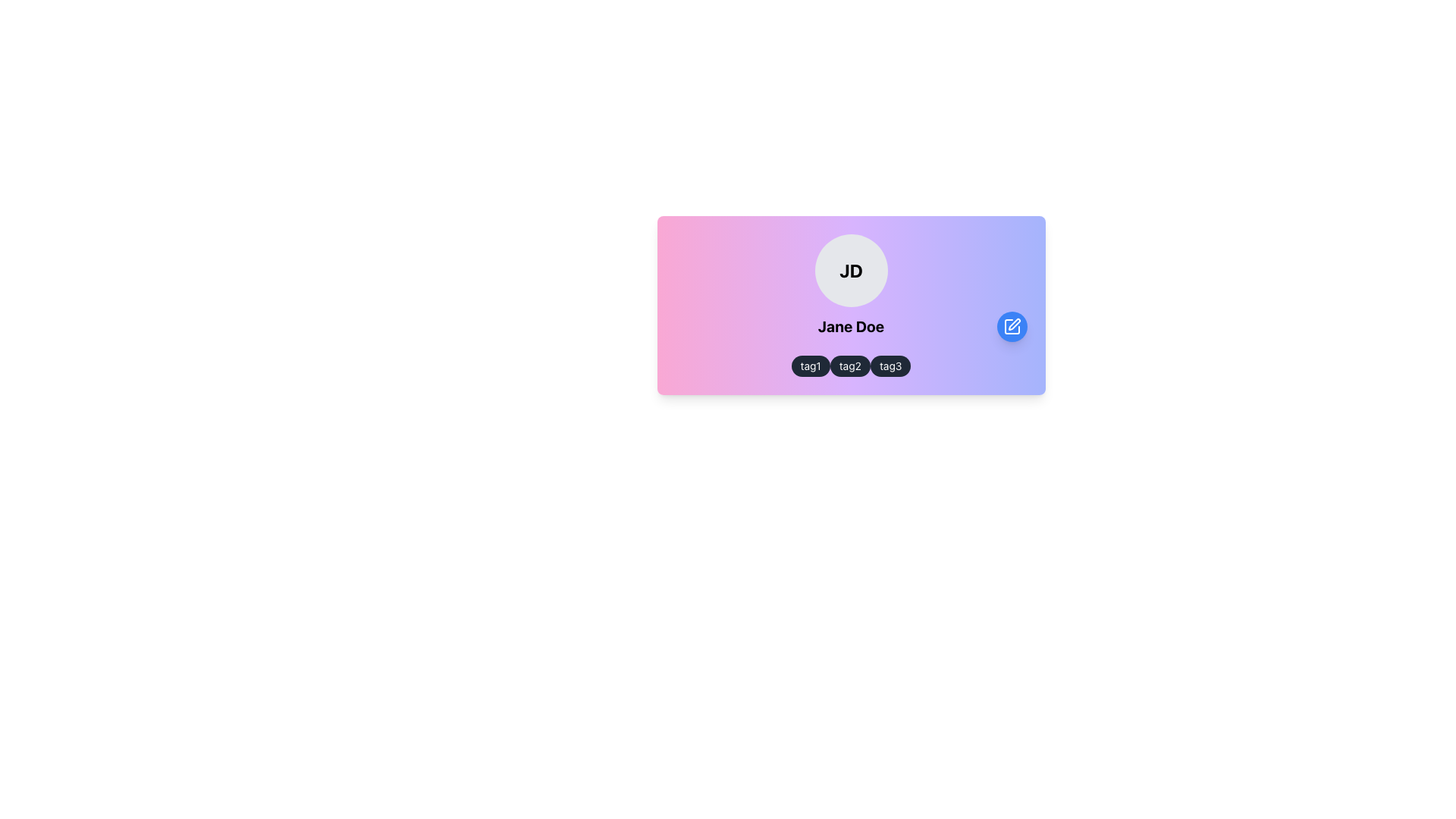 The image size is (1456, 819). What do you see at coordinates (1012, 326) in the screenshot?
I see `the pen-shaped icon with a blue outline, located within a blue circular button at the top-right corner of the card layout` at bounding box center [1012, 326].